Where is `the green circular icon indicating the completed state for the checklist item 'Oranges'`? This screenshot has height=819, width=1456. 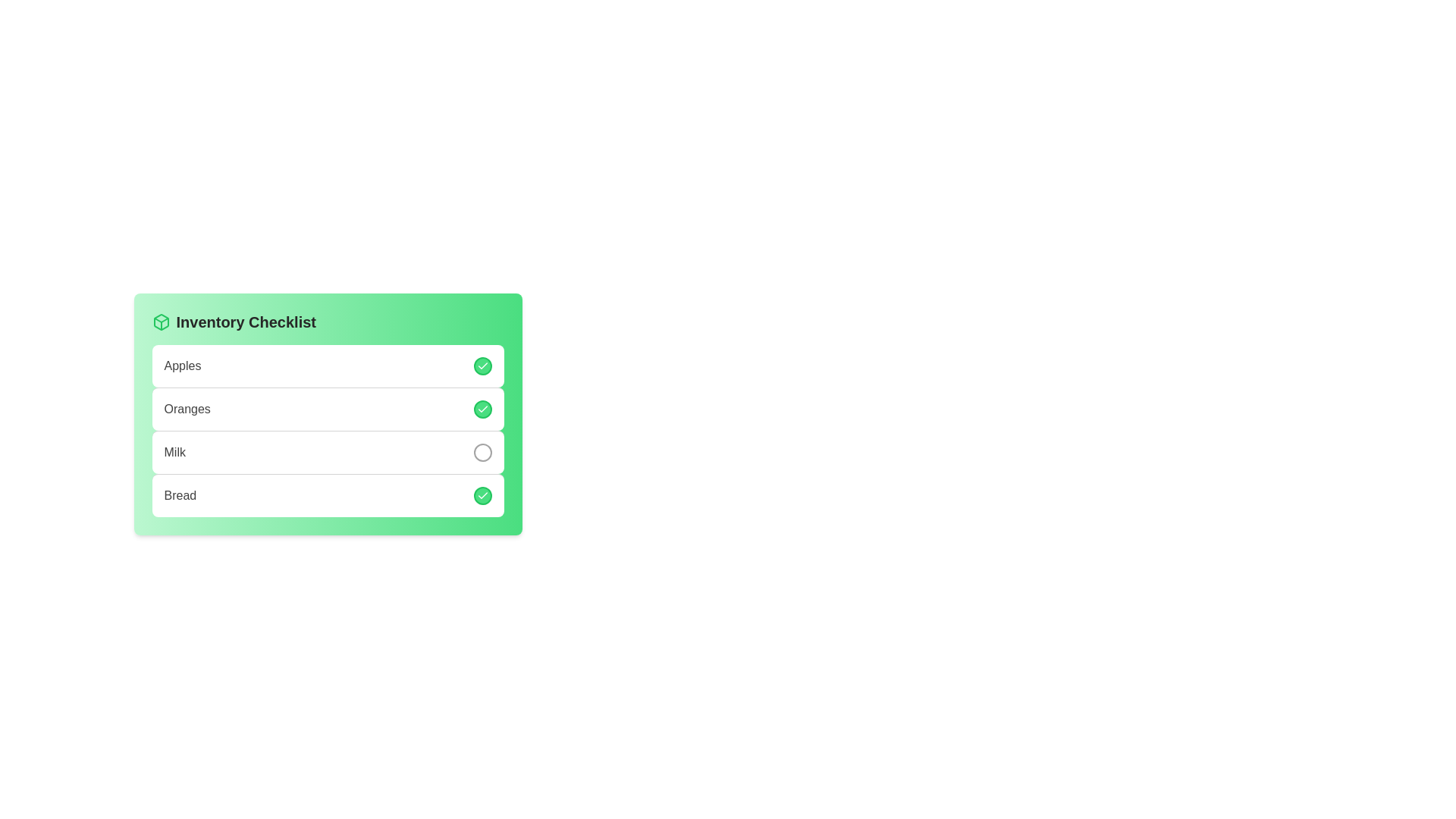 the green circular icon indicating the completed state for the checklist item 'Oranges' is located at coordinates (482, 366).